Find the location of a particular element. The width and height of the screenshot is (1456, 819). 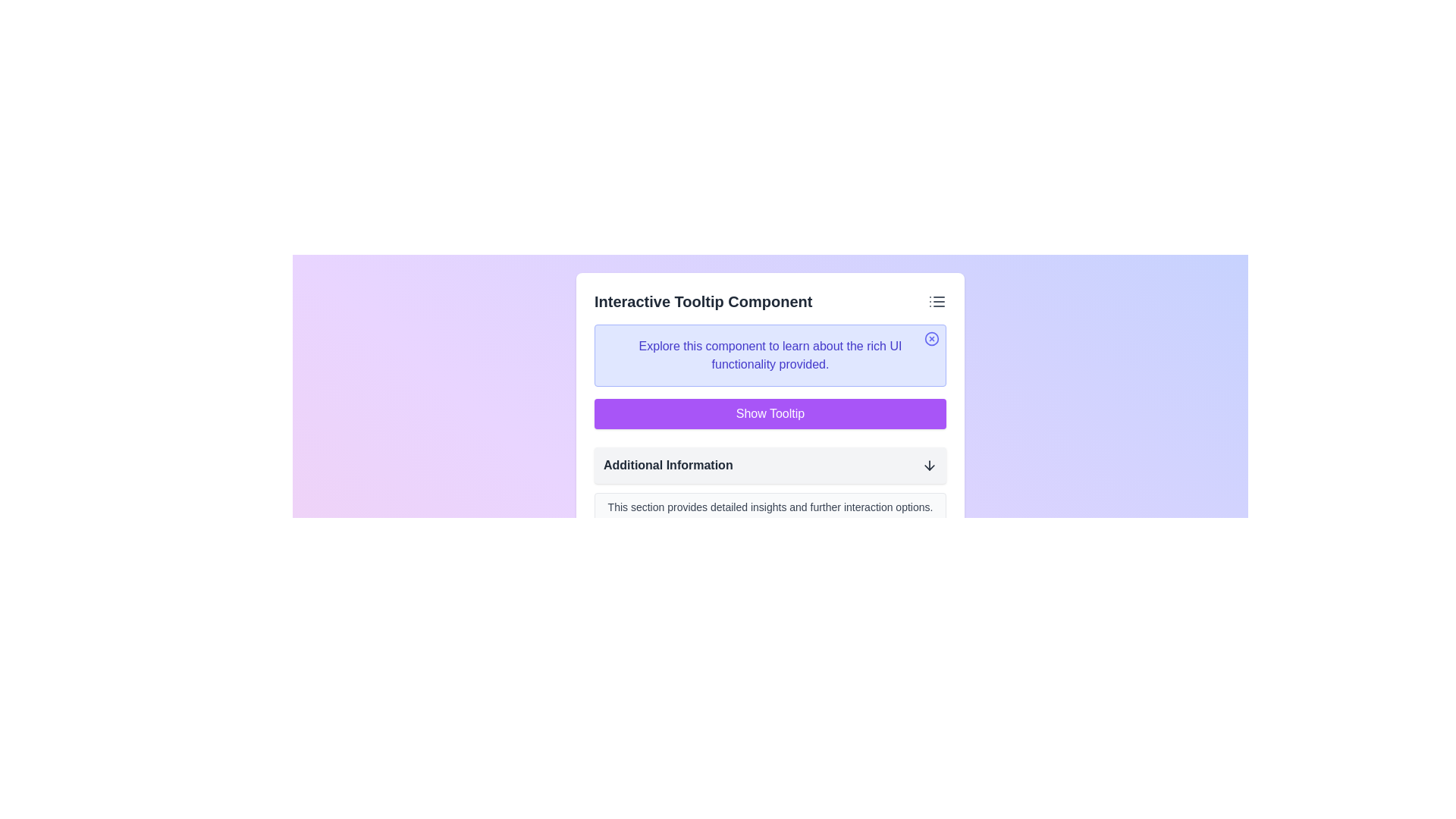

the downward-pointing arrow icon located at the far right of the 'Additional Information' row is located at coordinates (928, 464).